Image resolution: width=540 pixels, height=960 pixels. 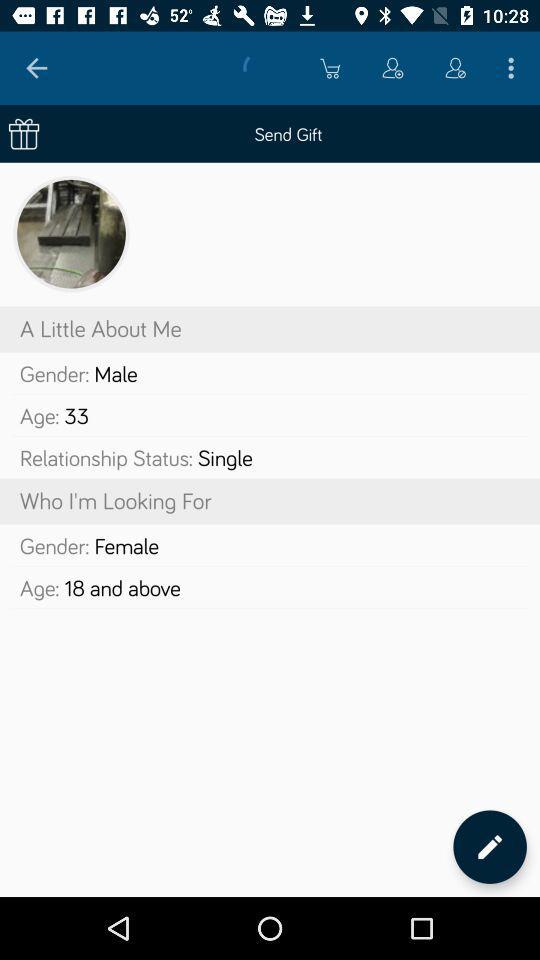 I want to click on the item at the bottom right corner, so click(x=489, y=846).